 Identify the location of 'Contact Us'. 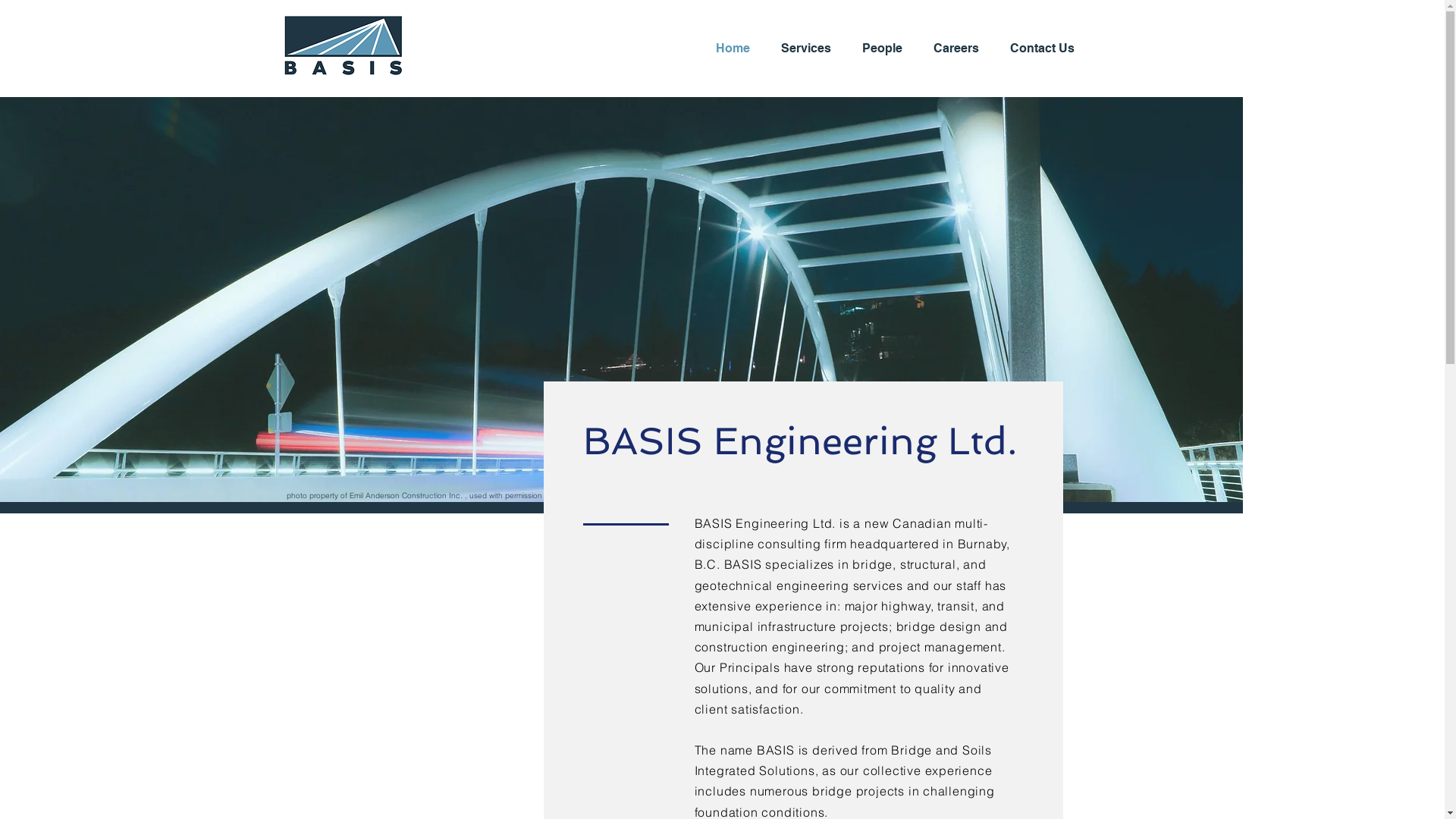
(1044, 48).